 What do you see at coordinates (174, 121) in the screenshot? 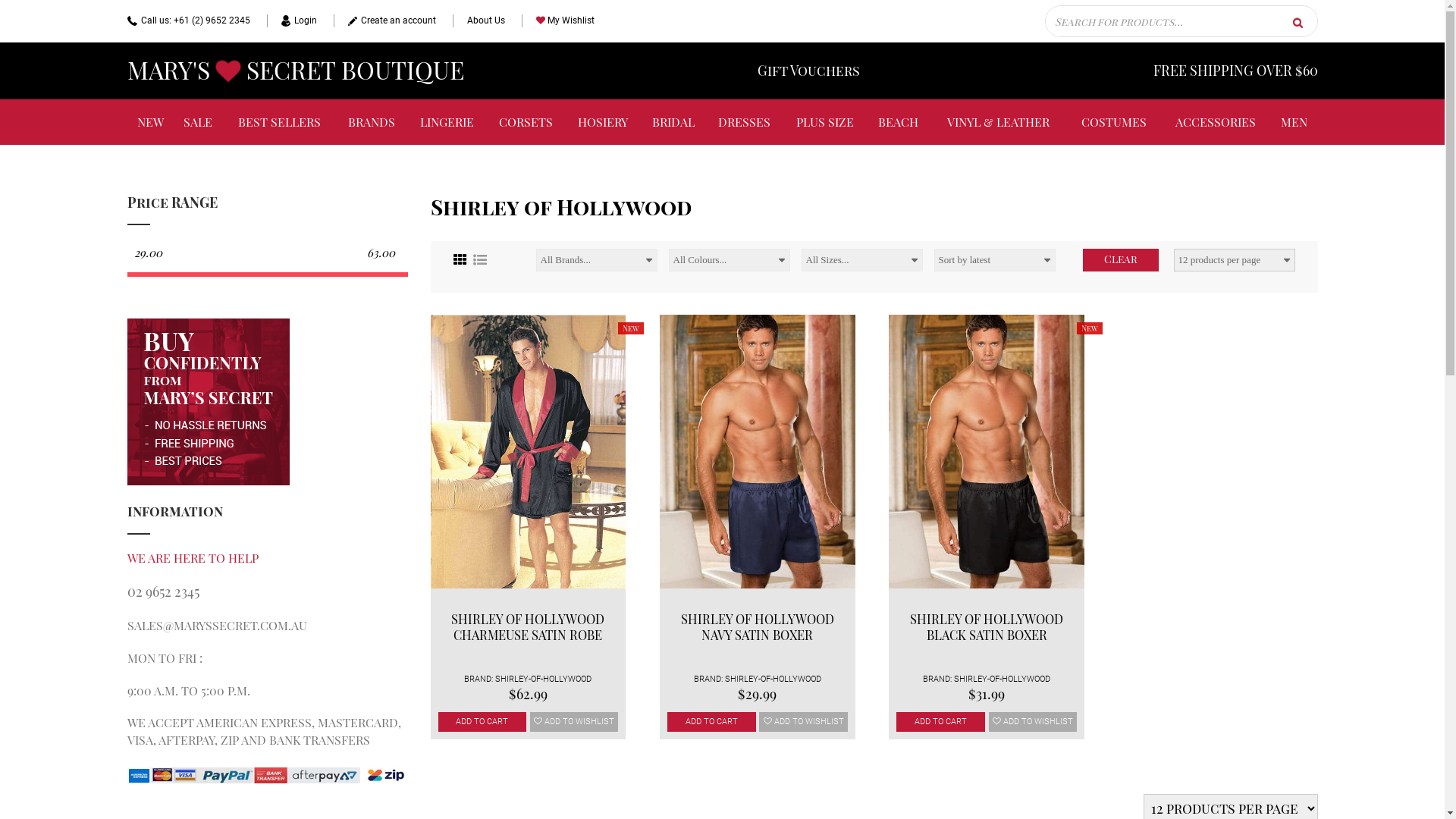
I see `'SALE'` at bounding box center [174, 121].